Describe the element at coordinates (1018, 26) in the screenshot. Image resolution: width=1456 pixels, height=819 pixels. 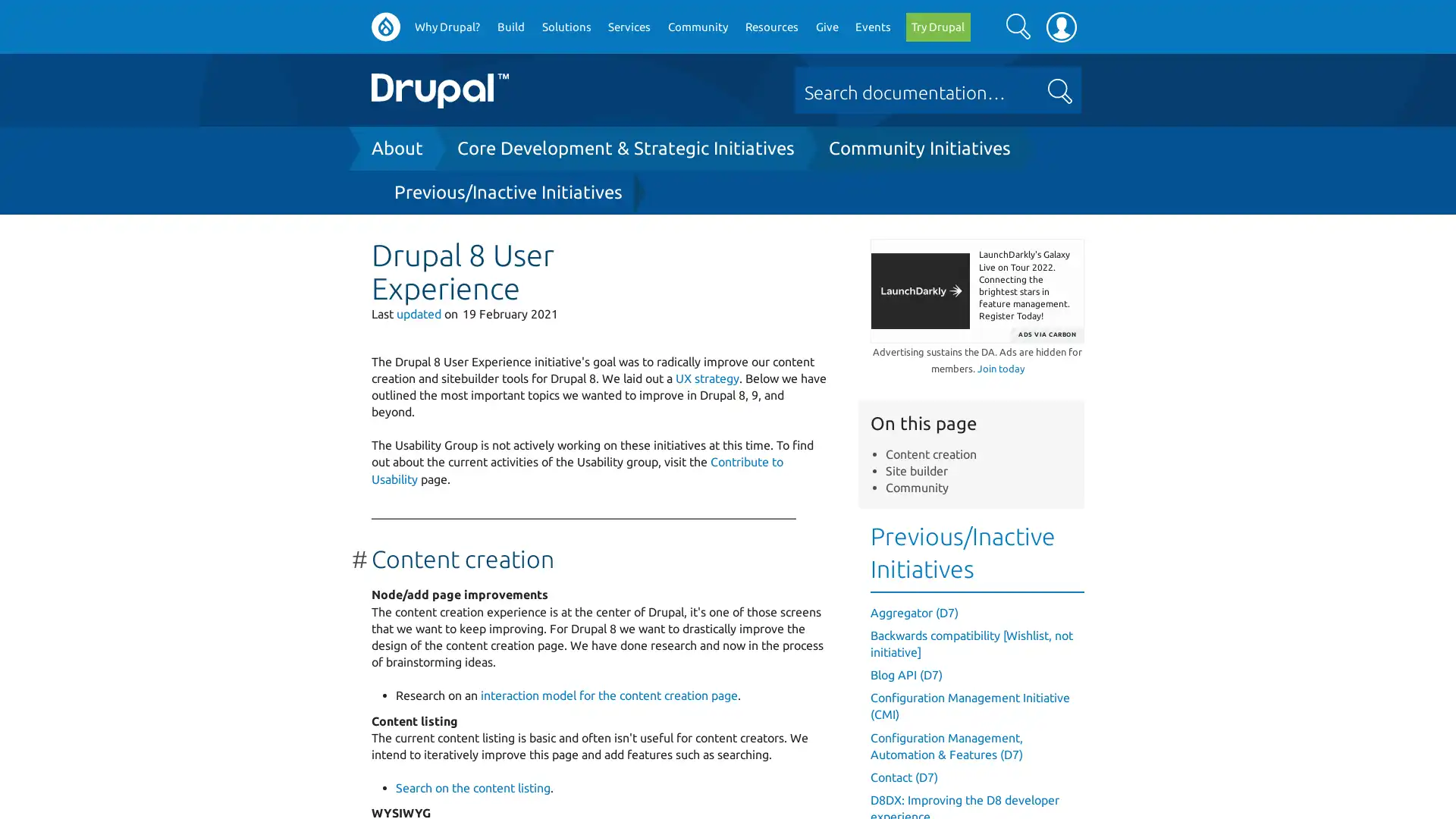
I see `Search` at that location.